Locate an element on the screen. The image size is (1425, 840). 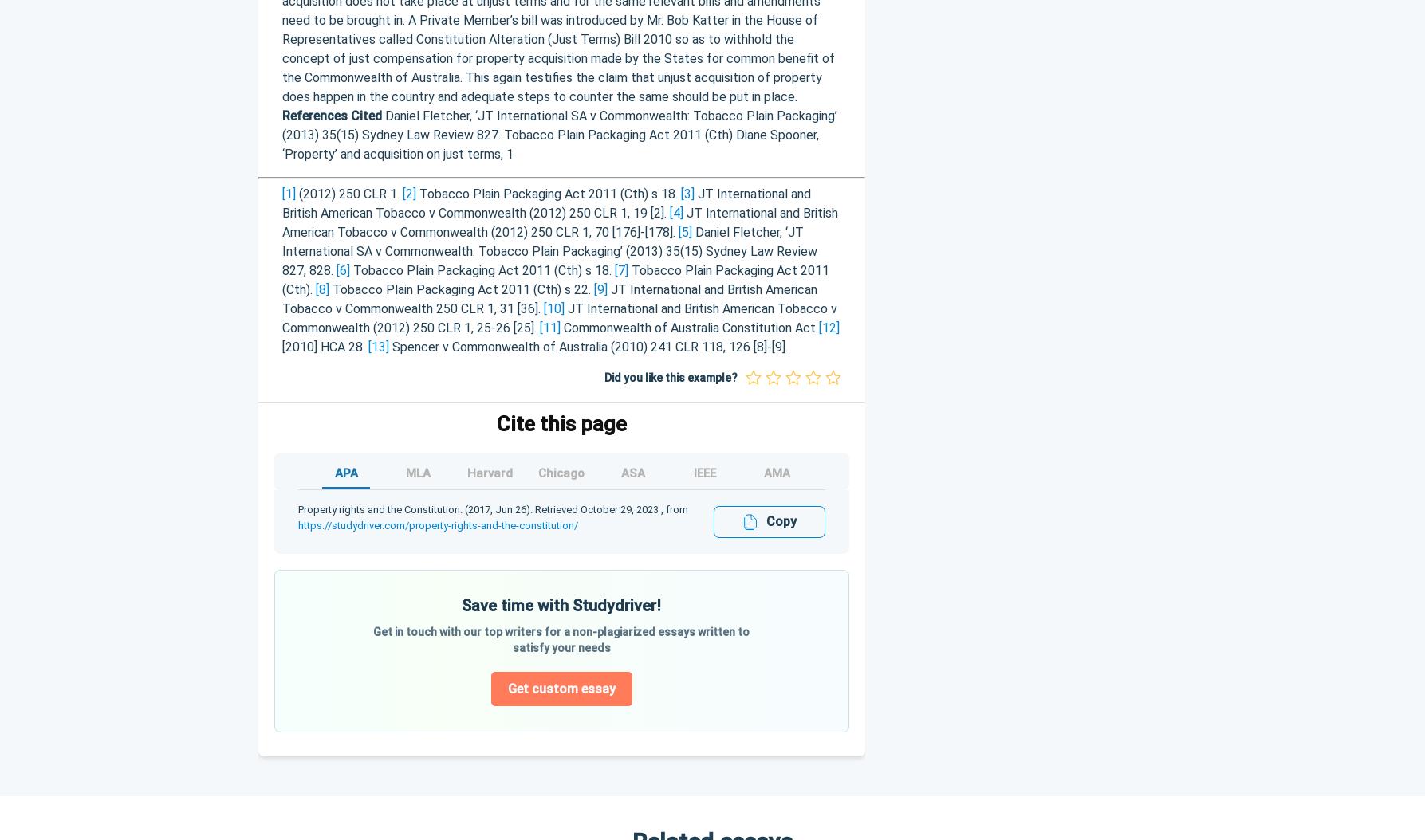
'[3]' is located at coordinates (679, 193).